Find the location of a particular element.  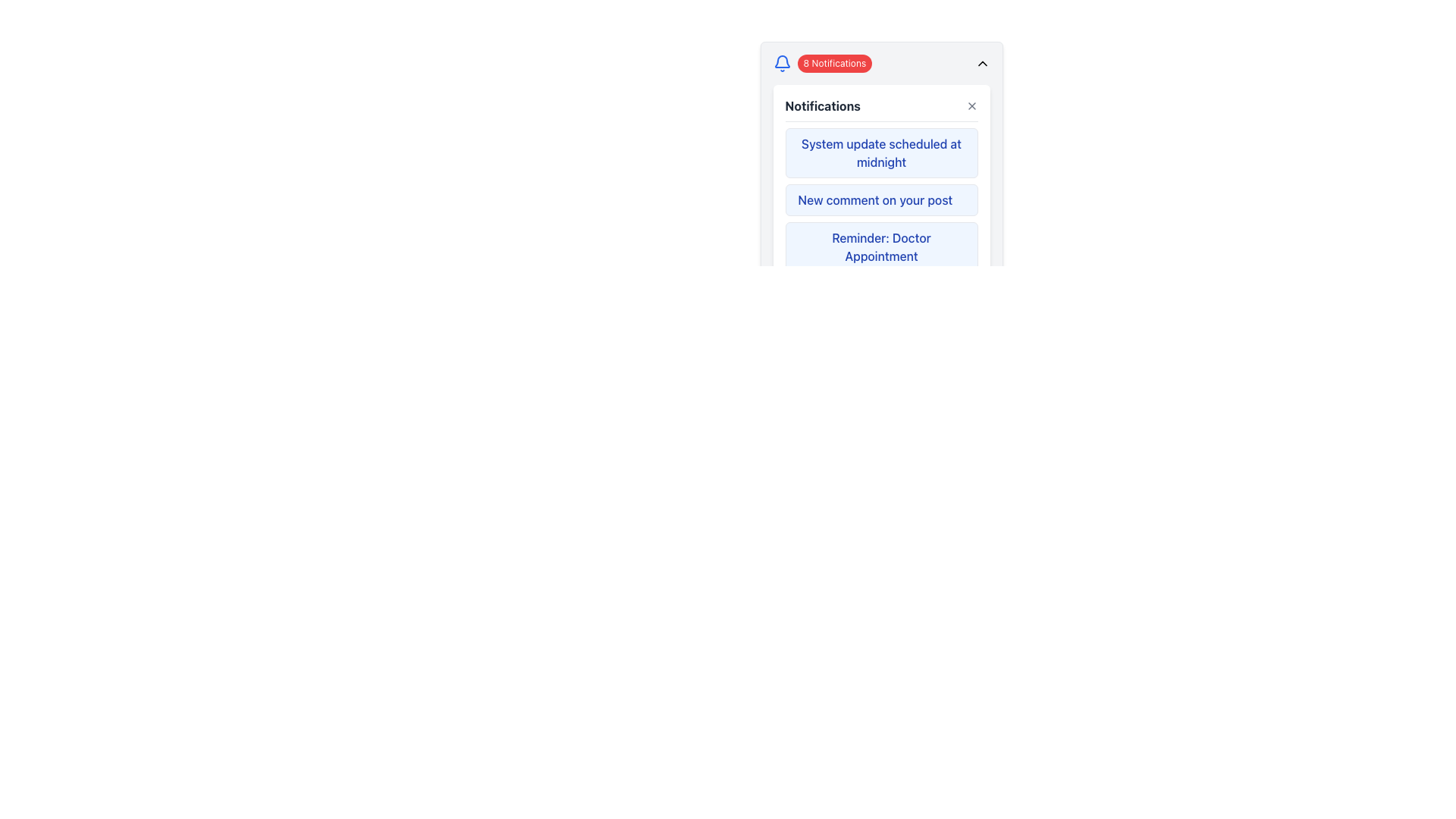

the Badge with Icon located at the top-left corner of the notification panel is located at coordinates (821, 63).